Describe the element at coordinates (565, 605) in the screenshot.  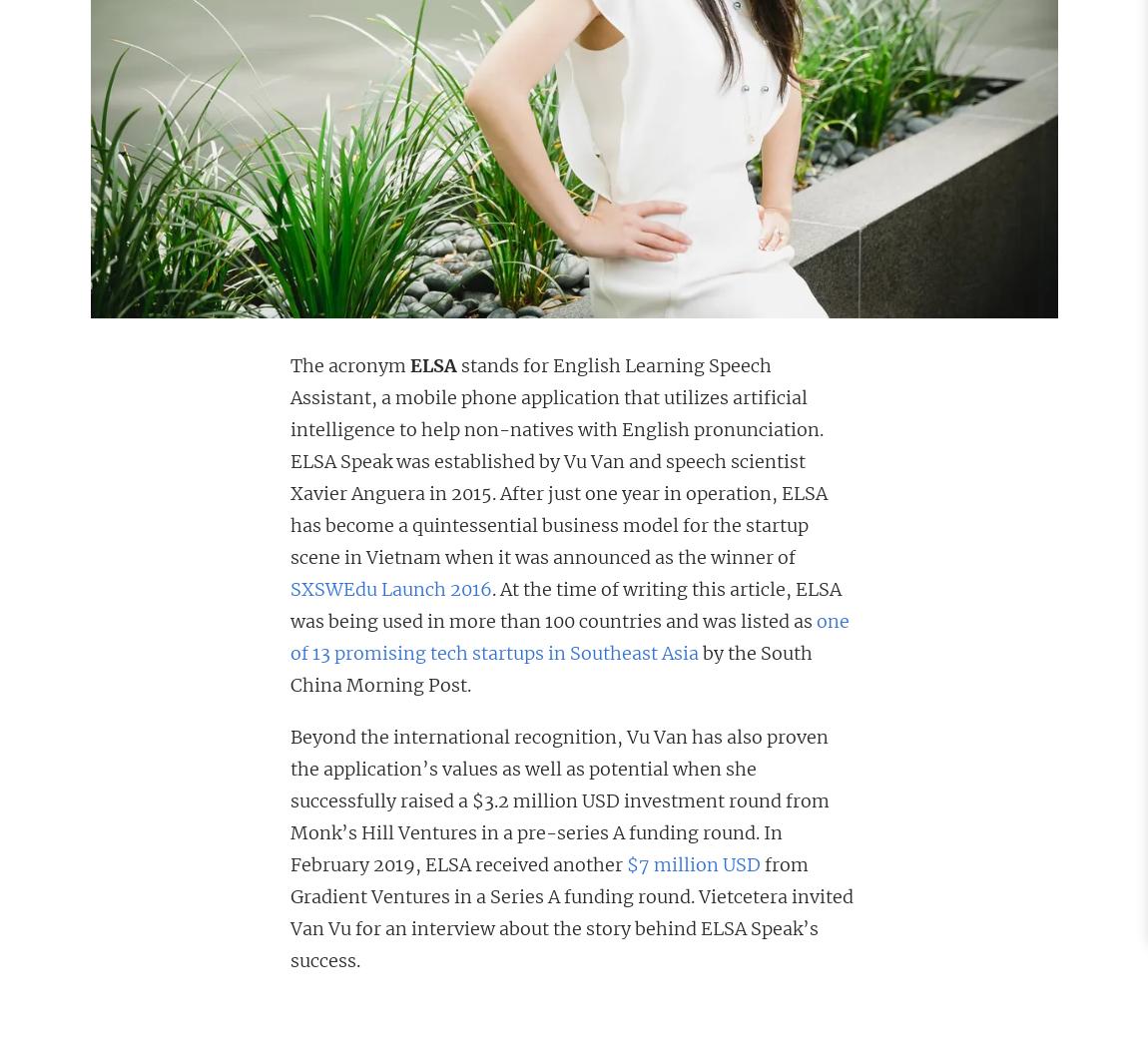
I see `'. At the time of writing this article, ELSA was being used in more than 100 countries and was listed as'` at that location.